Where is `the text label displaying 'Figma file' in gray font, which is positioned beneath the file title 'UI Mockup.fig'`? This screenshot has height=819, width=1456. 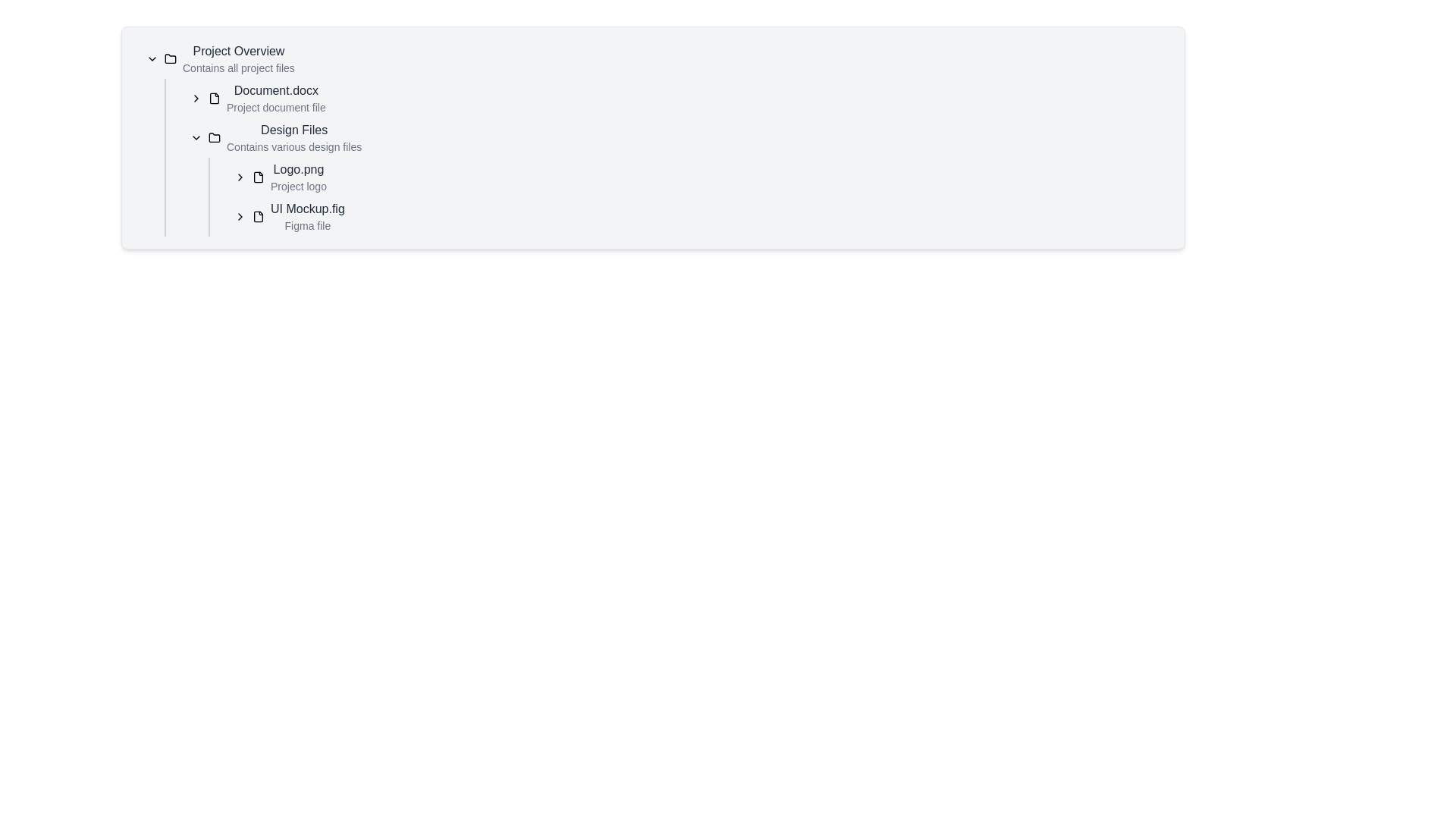
the text label displaying 'Figma file' in gray font, which is positioned beneath the file title 'UI Mockup.fig' is located at coordinates (306, 225).